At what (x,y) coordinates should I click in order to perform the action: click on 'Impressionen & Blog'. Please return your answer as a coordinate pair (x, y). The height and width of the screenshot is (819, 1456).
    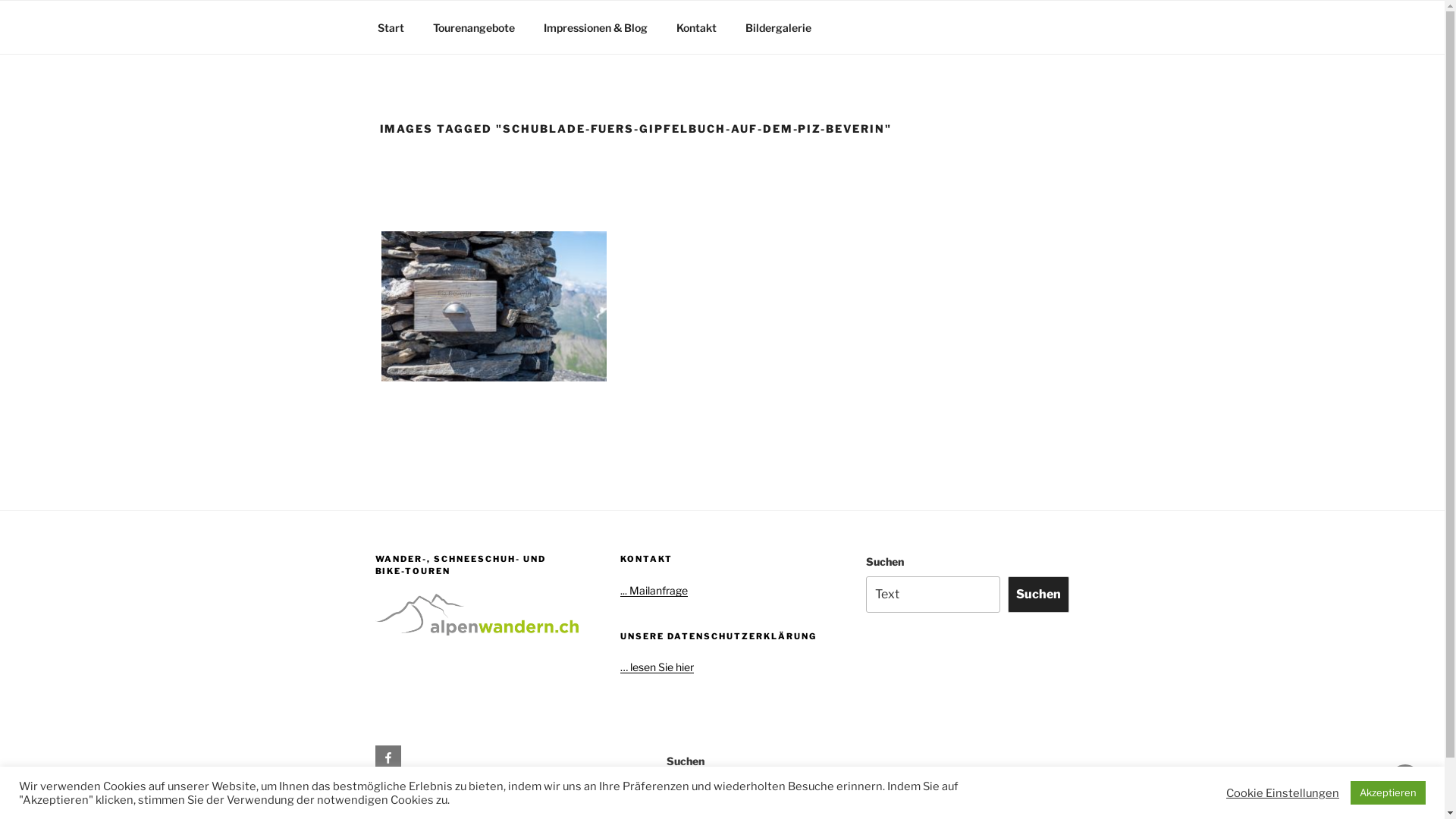
    Looking at the image, I should click on (595, 27).